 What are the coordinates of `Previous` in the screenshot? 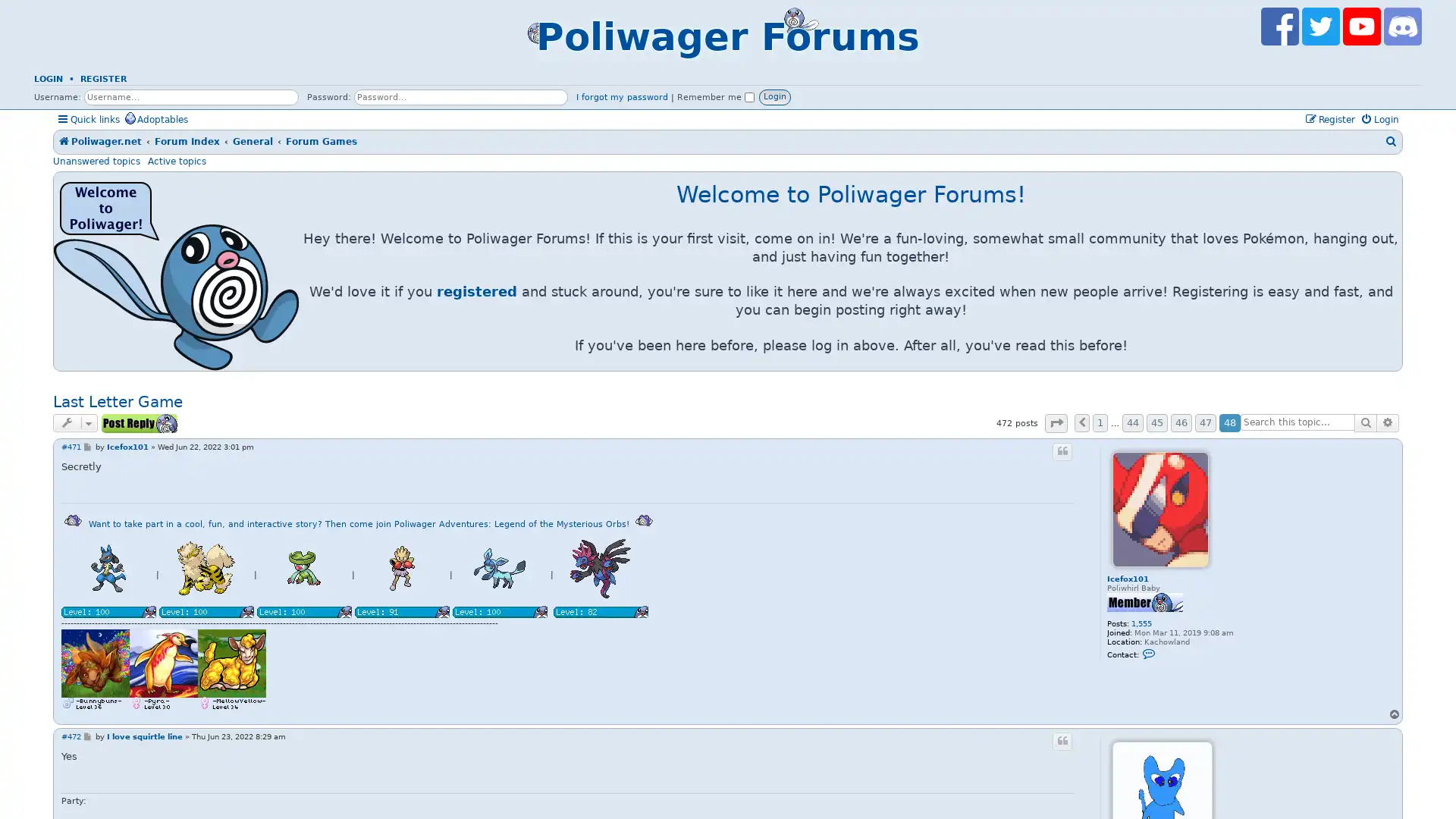 It's located at (1081, 423).